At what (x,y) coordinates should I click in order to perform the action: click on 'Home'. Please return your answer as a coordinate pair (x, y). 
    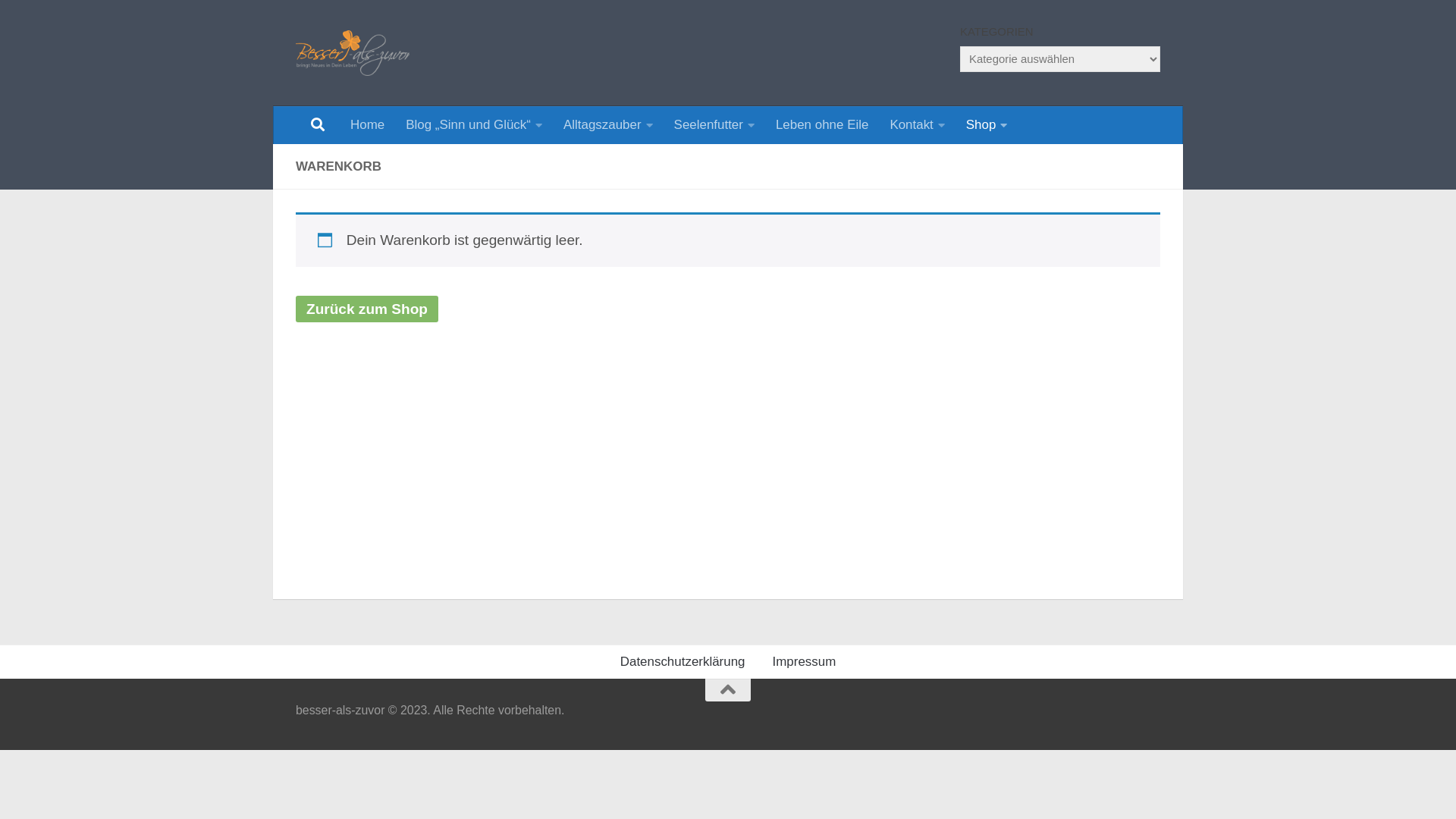
    Looking at the image, I should click on (367, 124).